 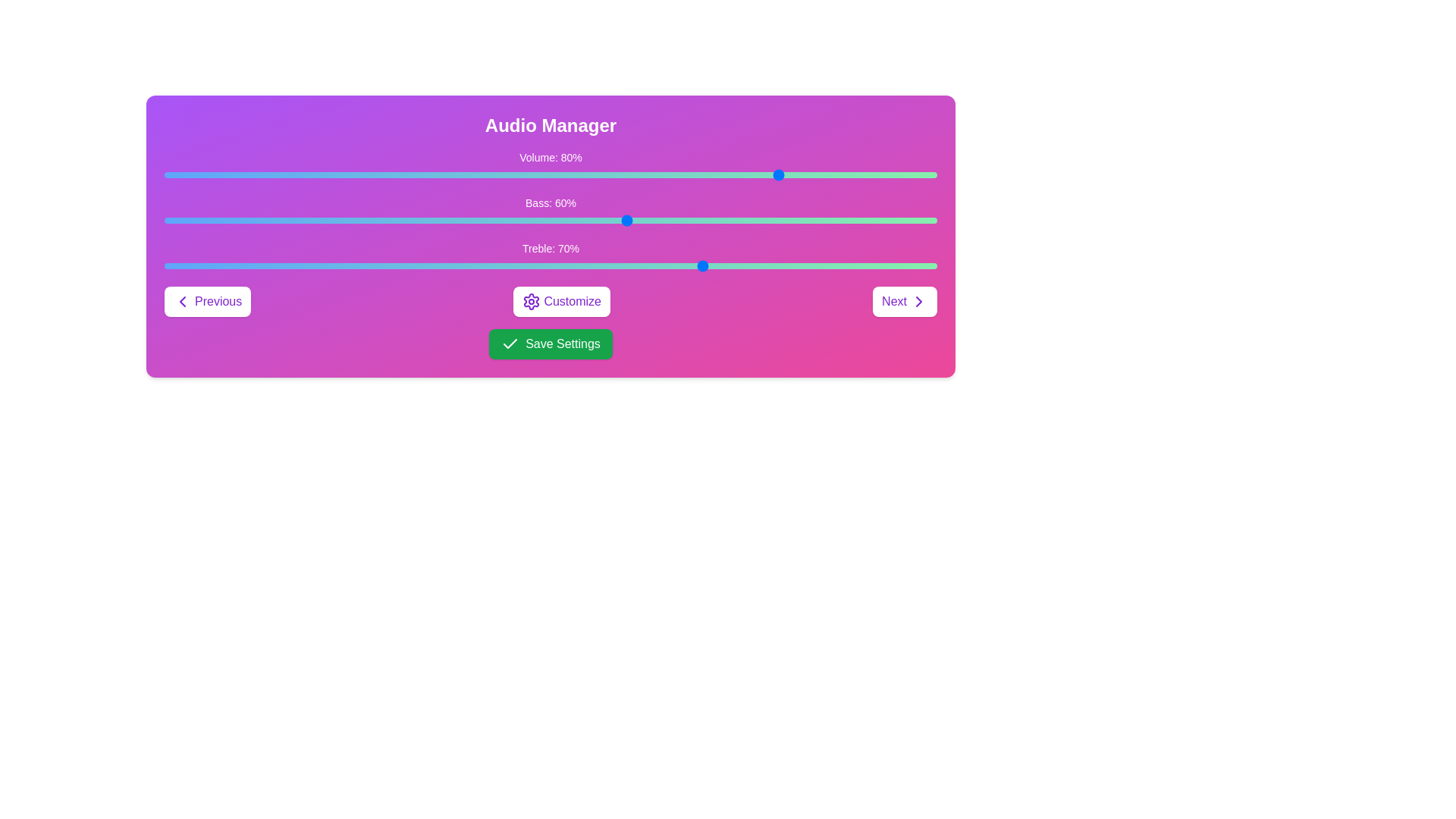 I want to click on the 'Next' button located at the bottom-right corner of the interface to proceed to the next step in the navigation flow, so click(x=918, y=301).